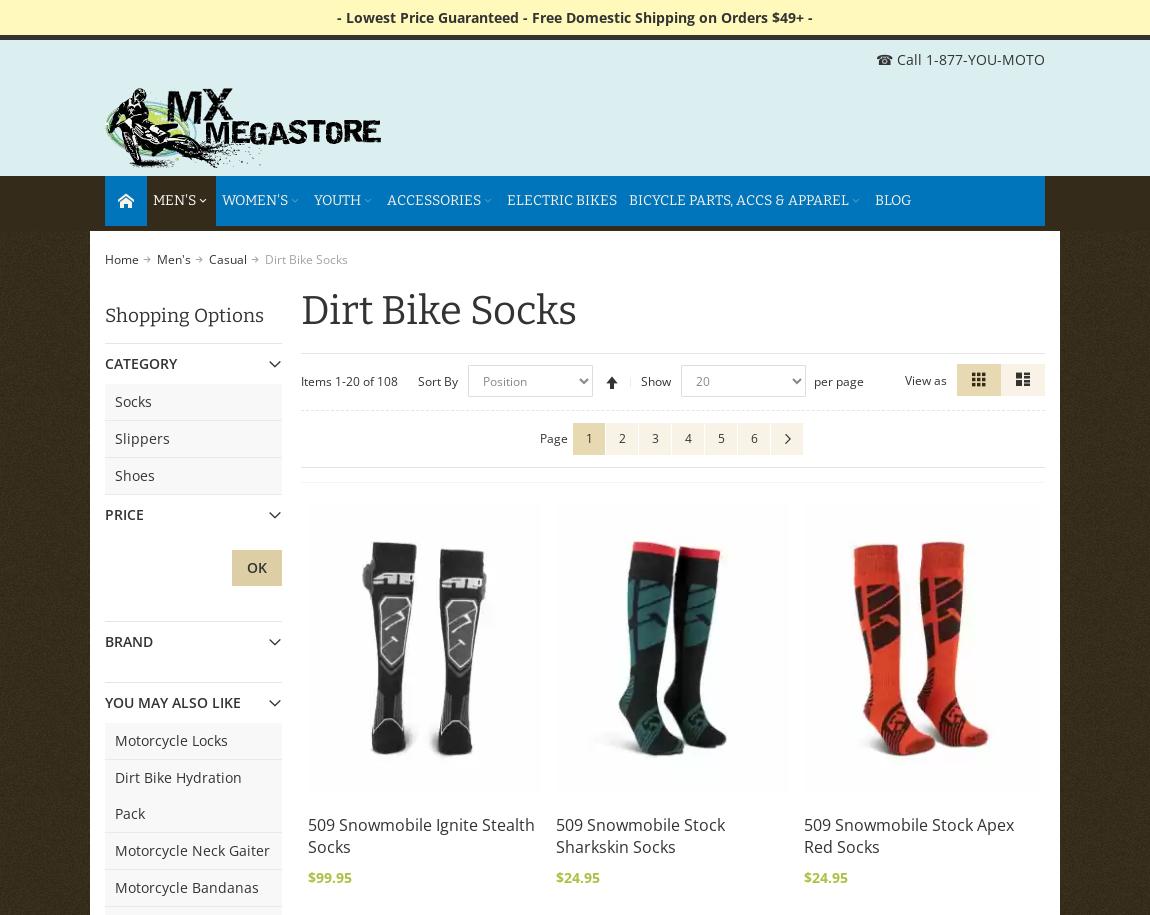  Describe the element at coordinates (892, 199) in the screenshot. I see `'Blog'` at that location.